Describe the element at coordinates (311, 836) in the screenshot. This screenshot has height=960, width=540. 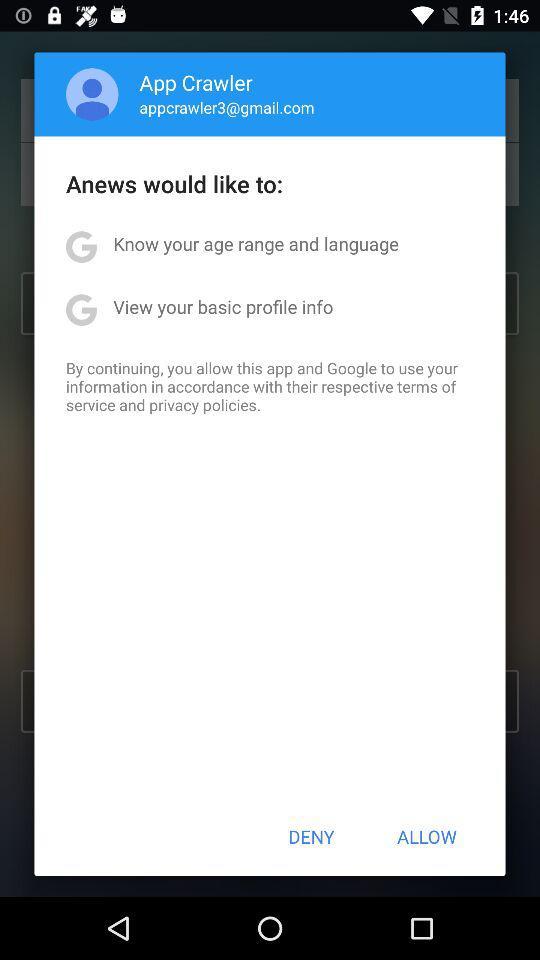
I see `the icon at the bottom` at that location.